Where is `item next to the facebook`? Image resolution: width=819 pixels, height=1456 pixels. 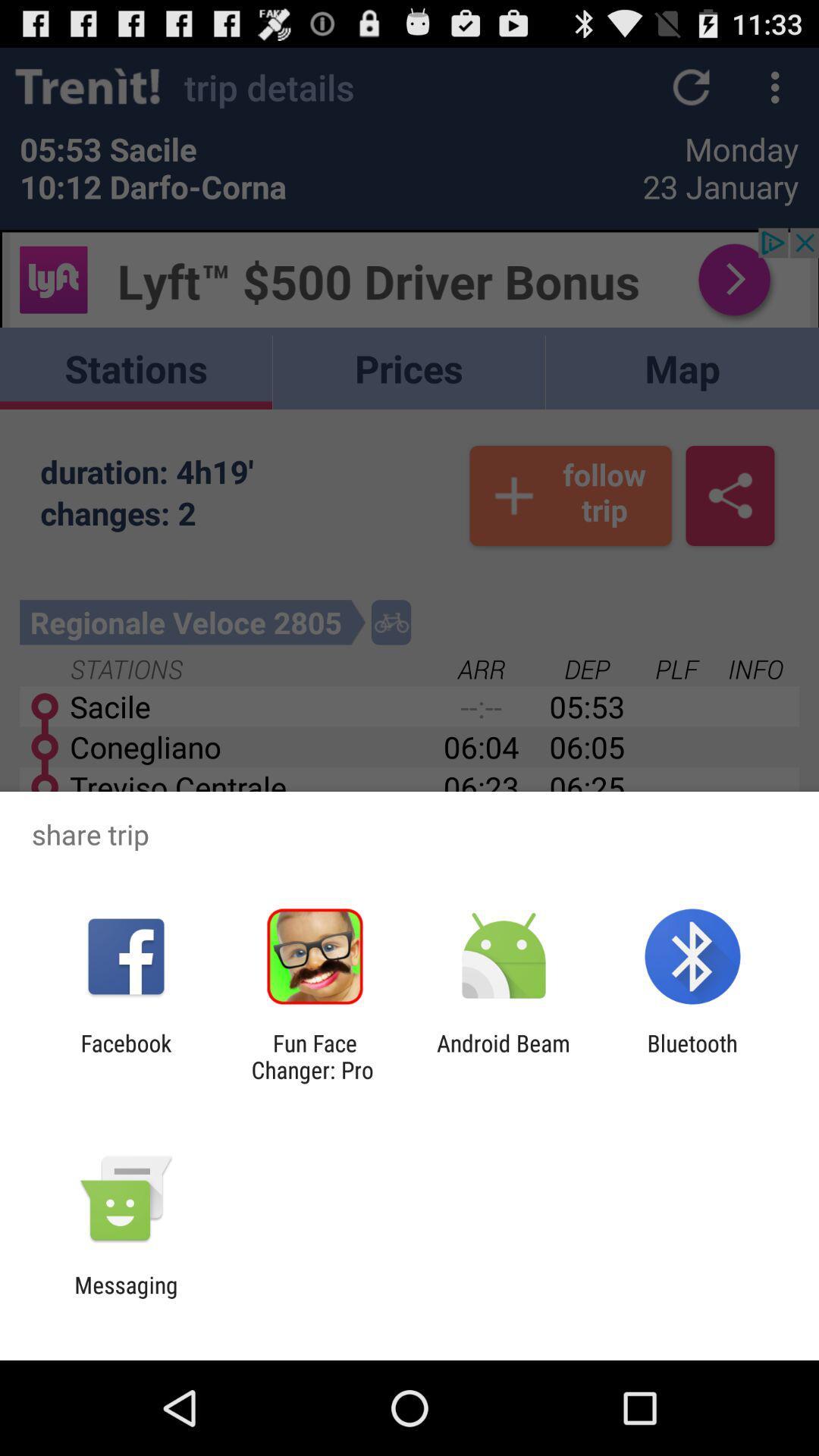 item next to the facebook is located at coordinates (314, 1056).